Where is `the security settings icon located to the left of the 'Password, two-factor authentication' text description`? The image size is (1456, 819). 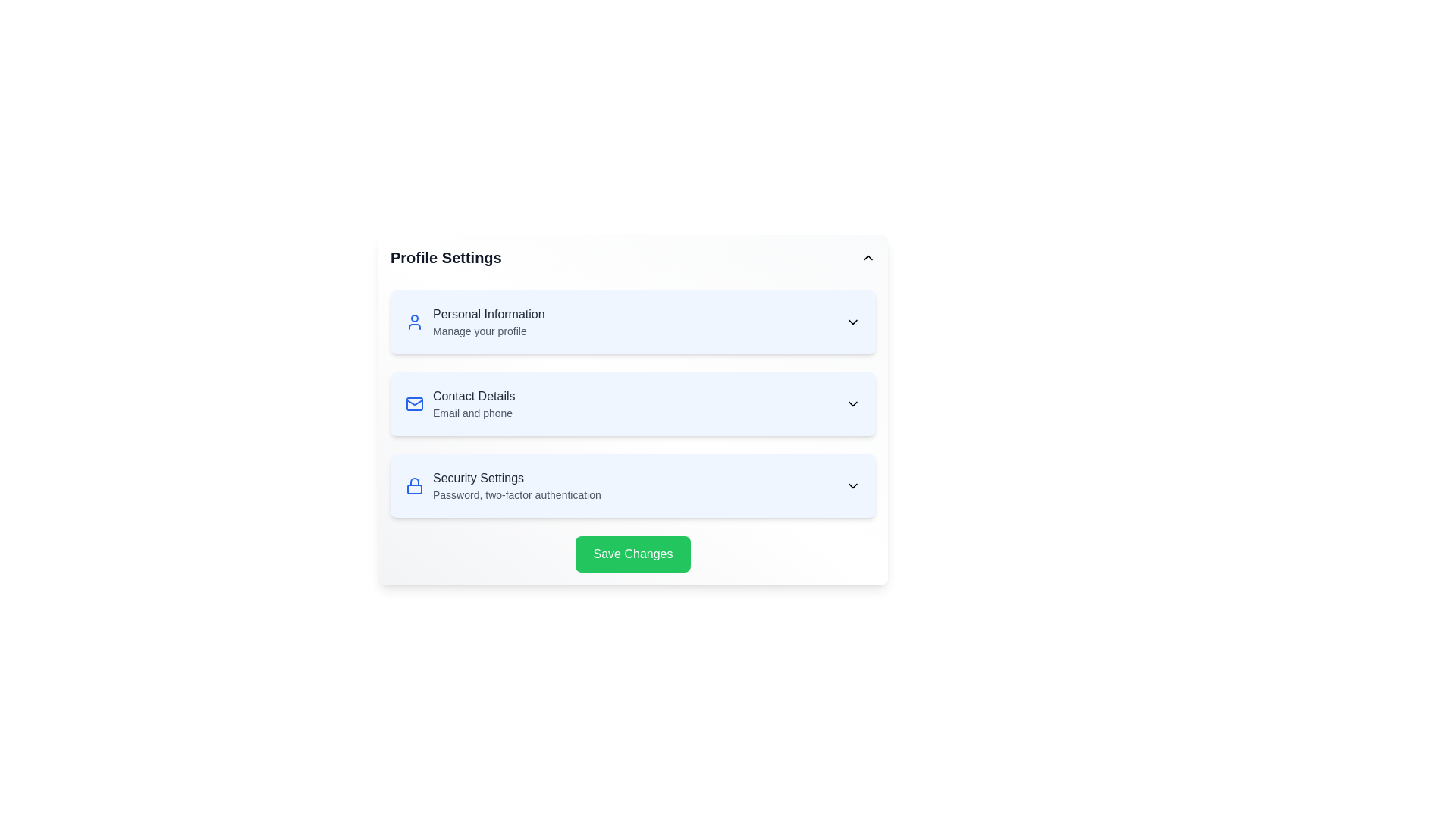 the security settings icon located to the left of the 'Password, two-factor authentication' text description is located at coordinates (415, 485).